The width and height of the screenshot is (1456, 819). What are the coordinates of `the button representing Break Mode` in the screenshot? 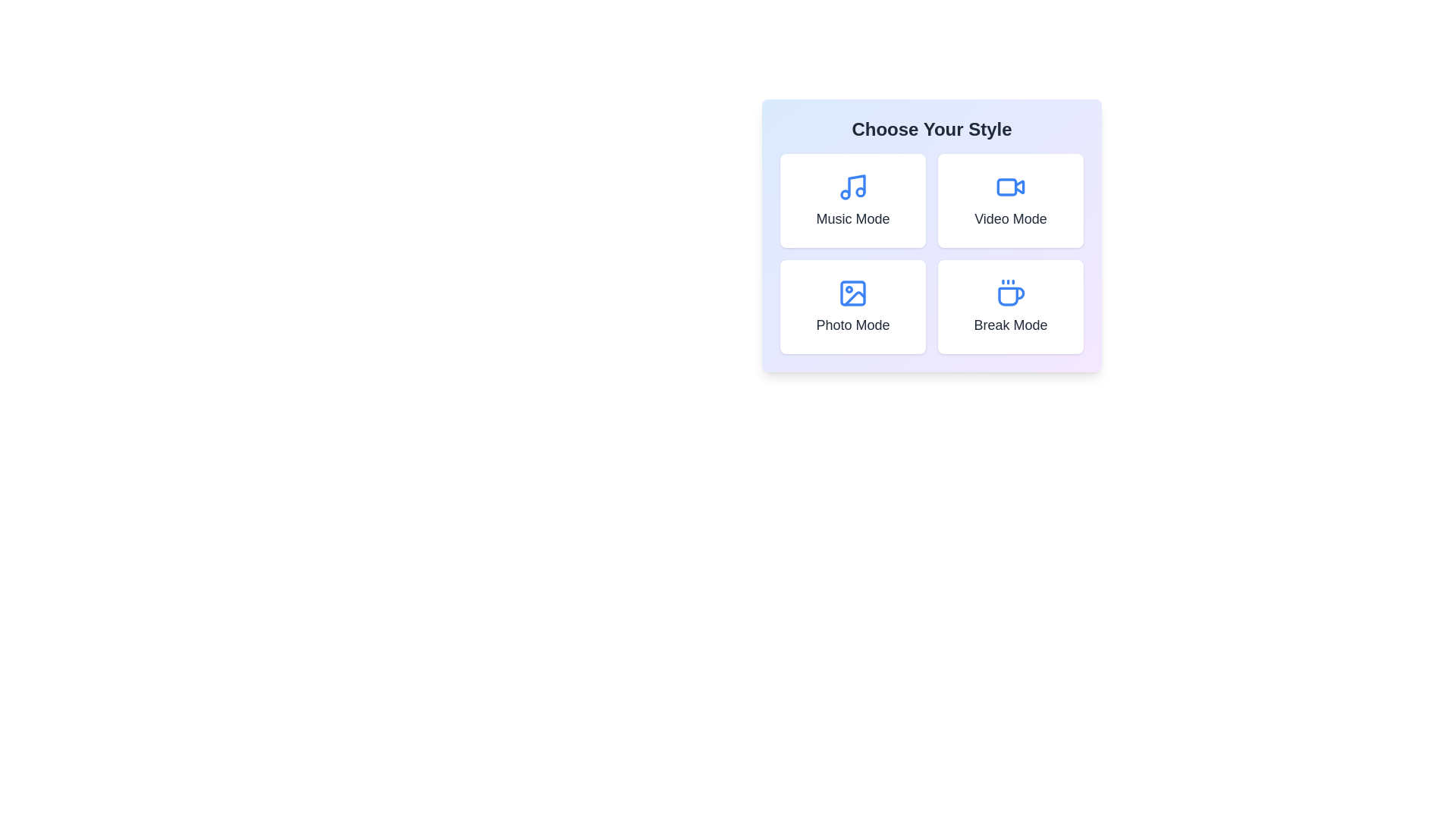 It's located at (1011, 307).